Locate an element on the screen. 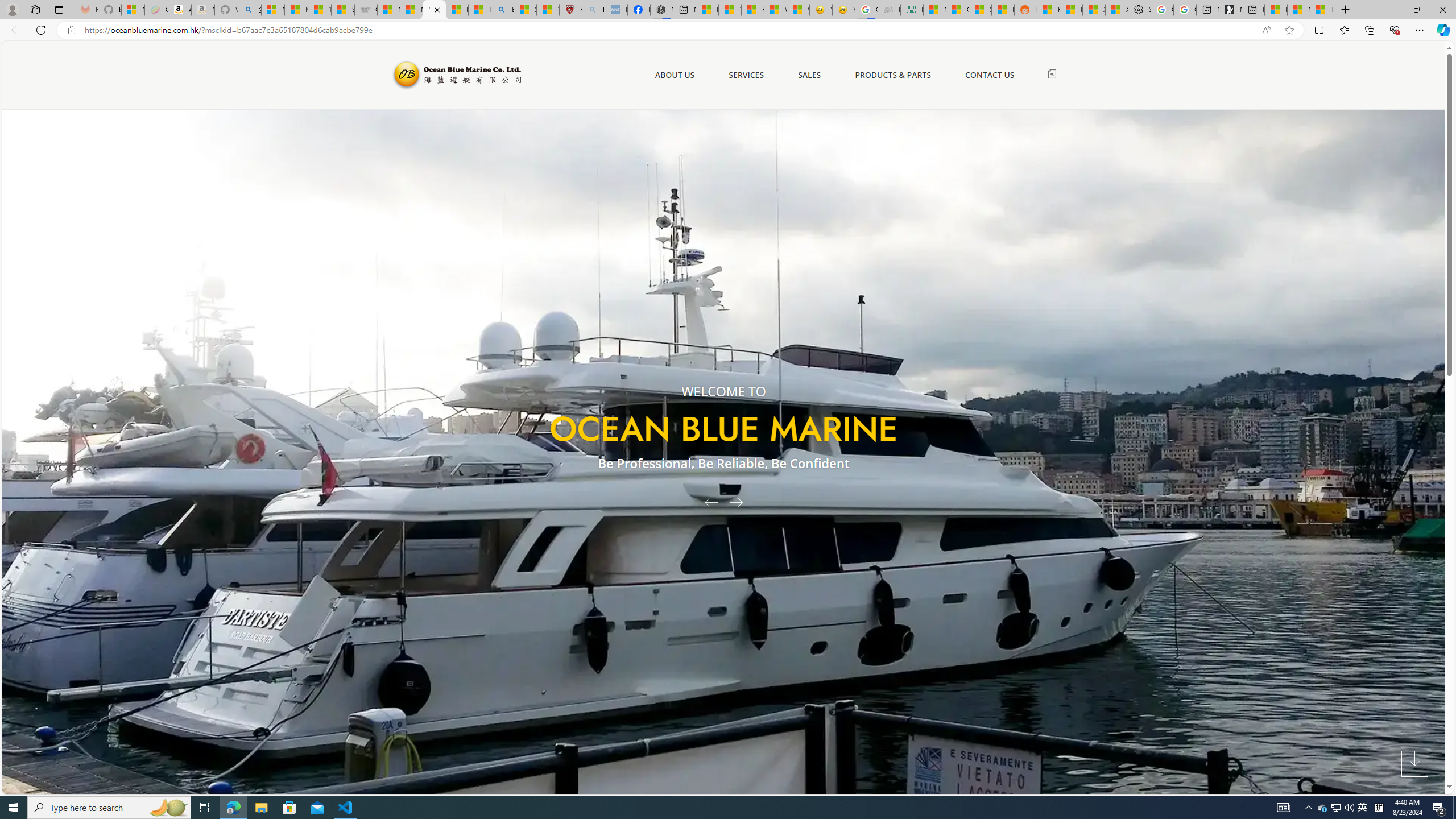 The width and height of the screenshot is (1456, 819). 'ABOUT US' is located at coordinates (675, 74).